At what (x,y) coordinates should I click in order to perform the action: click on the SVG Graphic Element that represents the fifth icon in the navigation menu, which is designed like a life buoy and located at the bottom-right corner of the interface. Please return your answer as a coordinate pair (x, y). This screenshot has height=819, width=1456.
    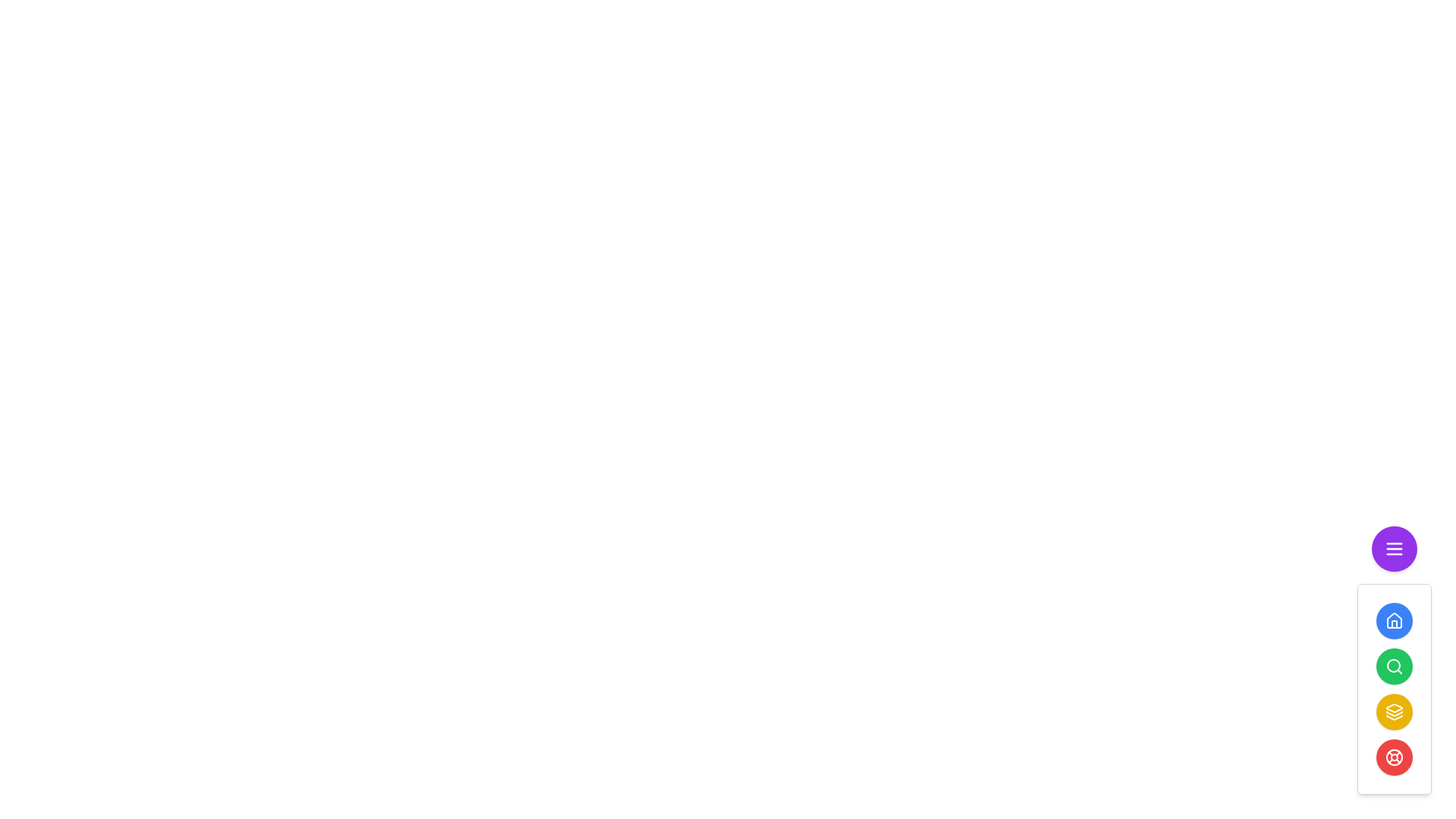
    Looking at the image, I should click on (1394, 758).